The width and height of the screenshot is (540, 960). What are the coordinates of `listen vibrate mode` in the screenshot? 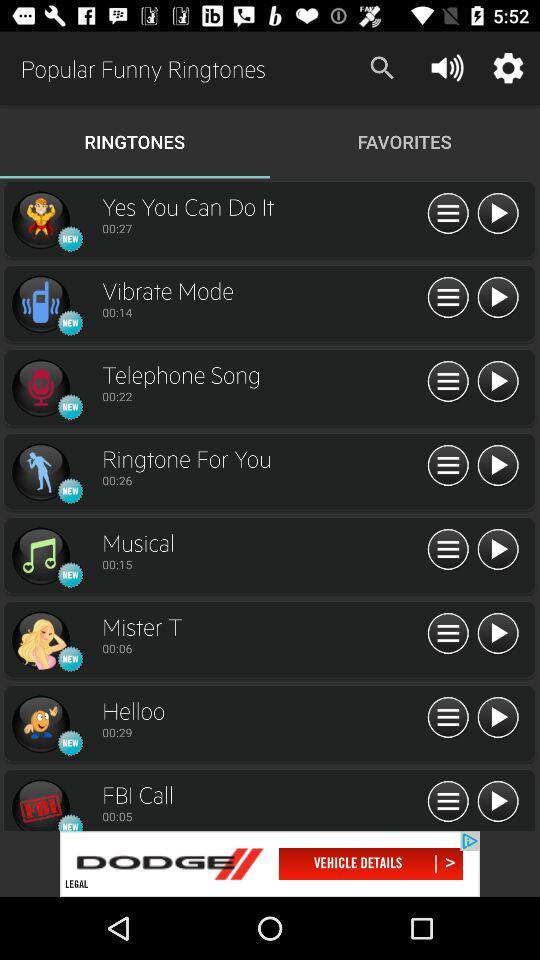 It's located at (496, 297).